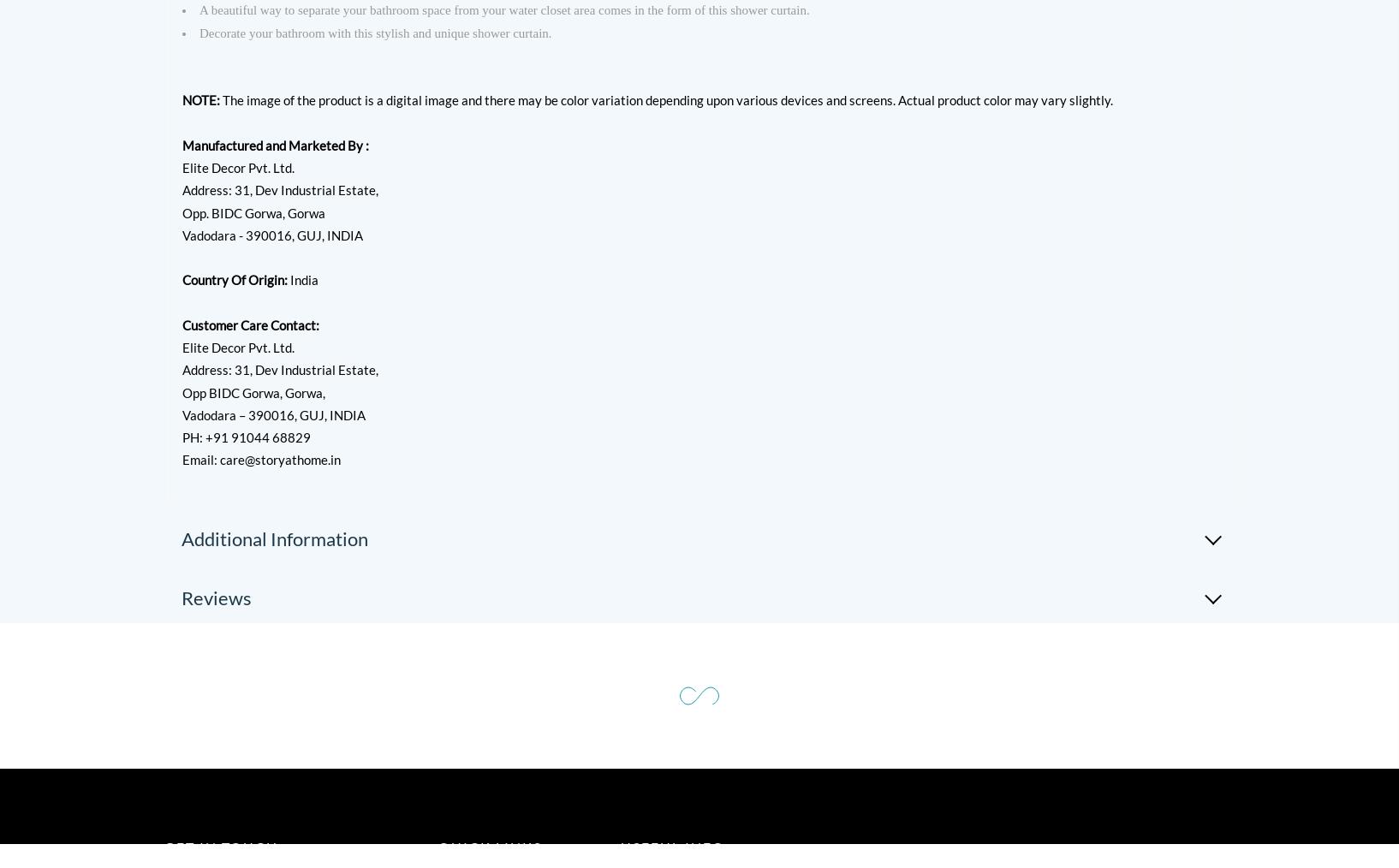  What do you see at coordinates (253, 392) in the screenshot?
I see `'Opp BIDC Gorwa, Gorwa,'` at bounding box center [253, 392].